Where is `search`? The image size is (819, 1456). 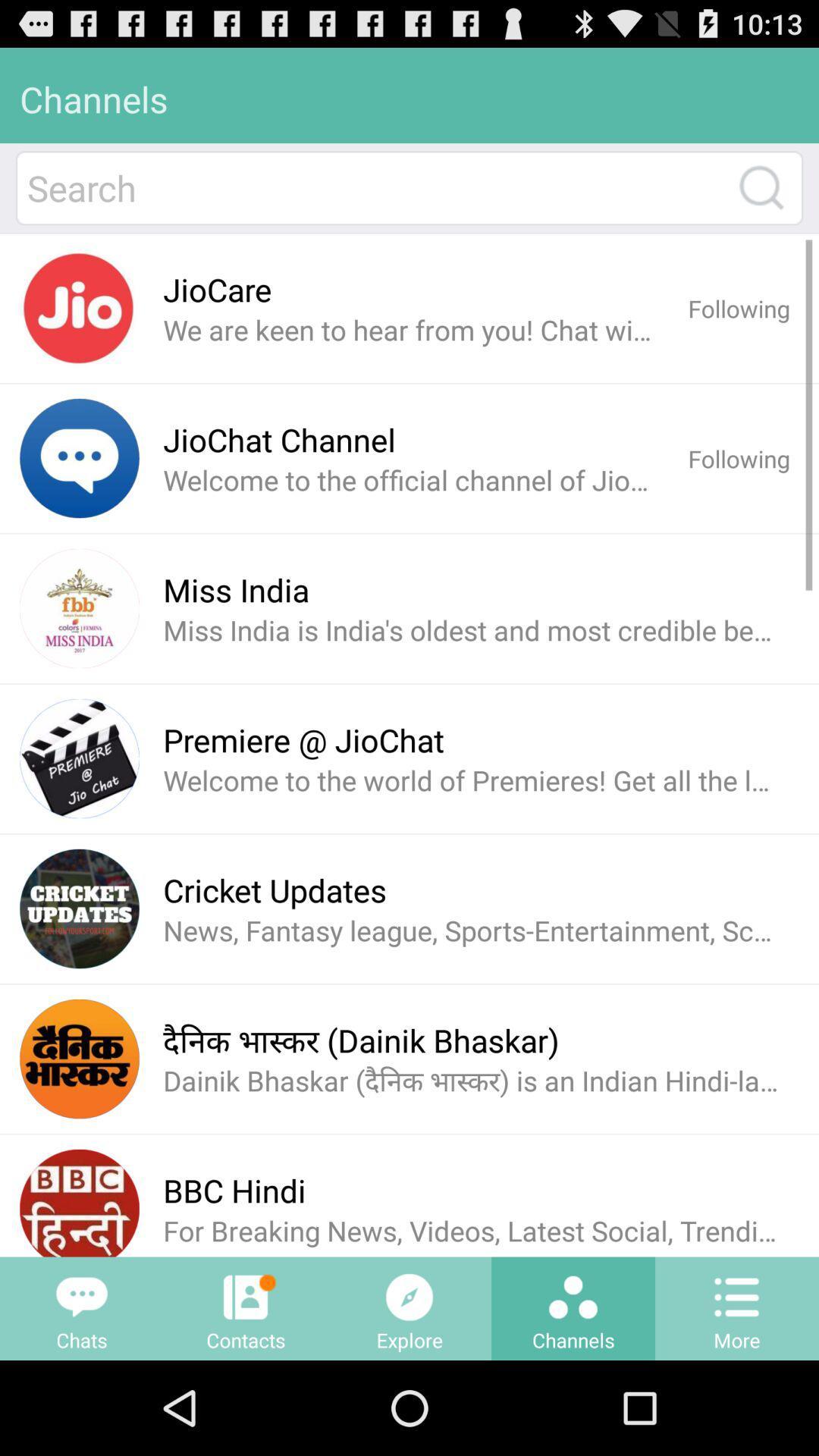 search is located at coordinates (761, 187).